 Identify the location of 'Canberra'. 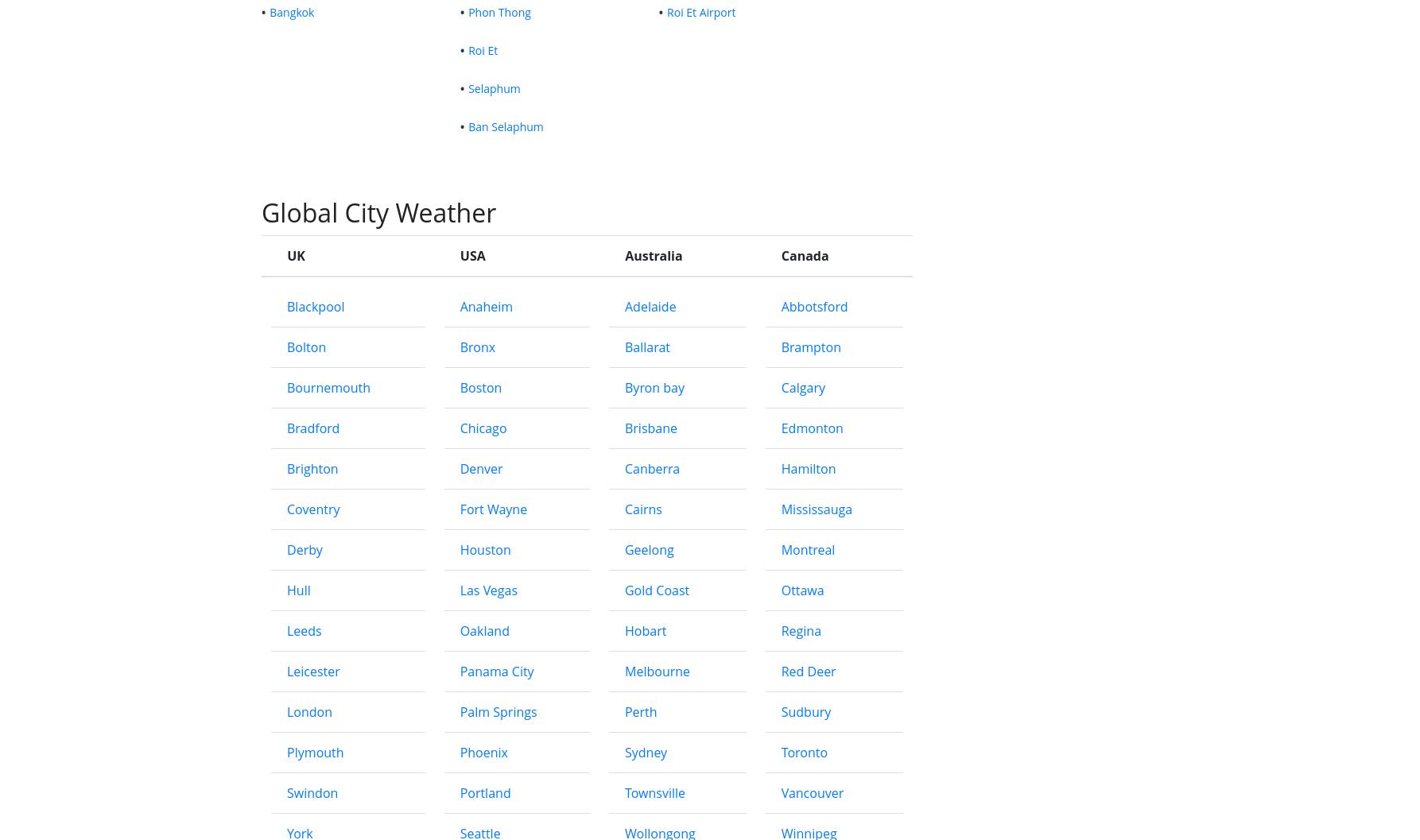
(650, 703).